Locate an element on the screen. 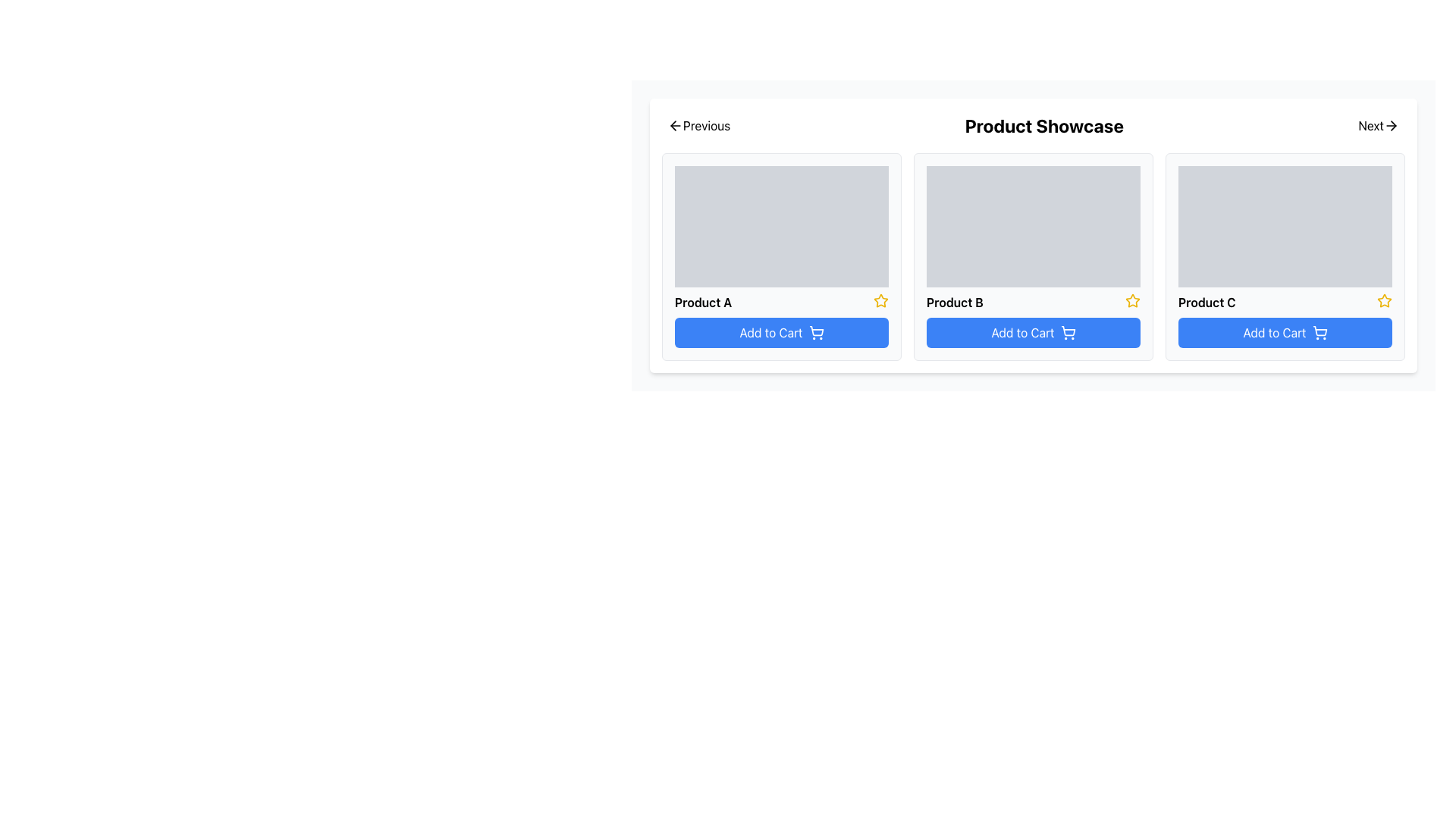  the shopping cart icon of the 'Add to Cart' button for Product C to observe potential visual changes is located at coordinates (1319, 330).